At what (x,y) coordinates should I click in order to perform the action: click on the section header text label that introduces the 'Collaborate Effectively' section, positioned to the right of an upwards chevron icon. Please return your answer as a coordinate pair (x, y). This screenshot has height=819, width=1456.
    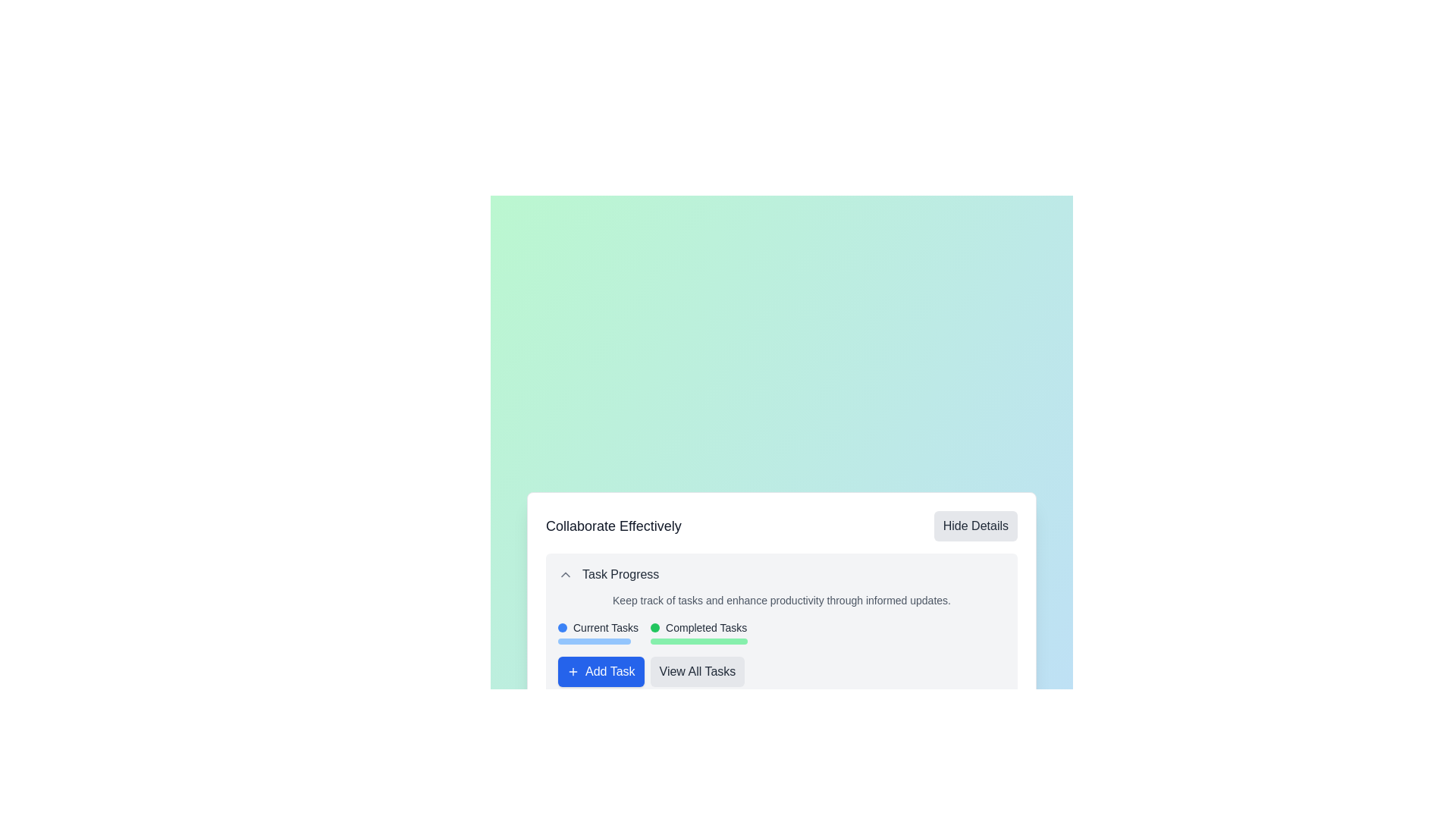
    Looking at the image, I should click on (620, 575).